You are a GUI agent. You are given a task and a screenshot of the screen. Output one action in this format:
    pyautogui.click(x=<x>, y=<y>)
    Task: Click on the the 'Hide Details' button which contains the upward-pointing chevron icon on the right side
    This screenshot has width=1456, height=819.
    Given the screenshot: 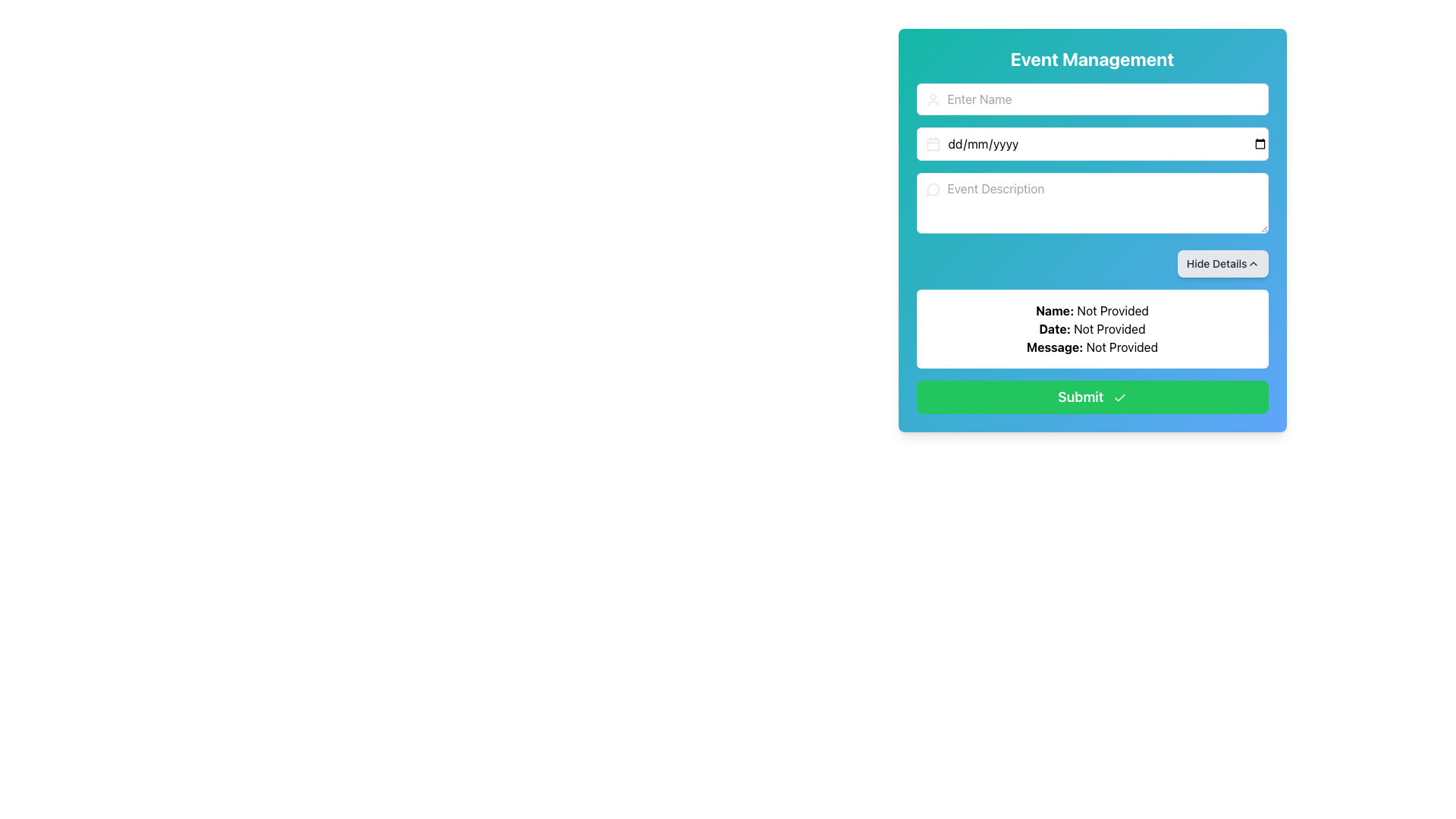 What is the action you would take?
    pyautogui.click(x=1253, y=262)
    